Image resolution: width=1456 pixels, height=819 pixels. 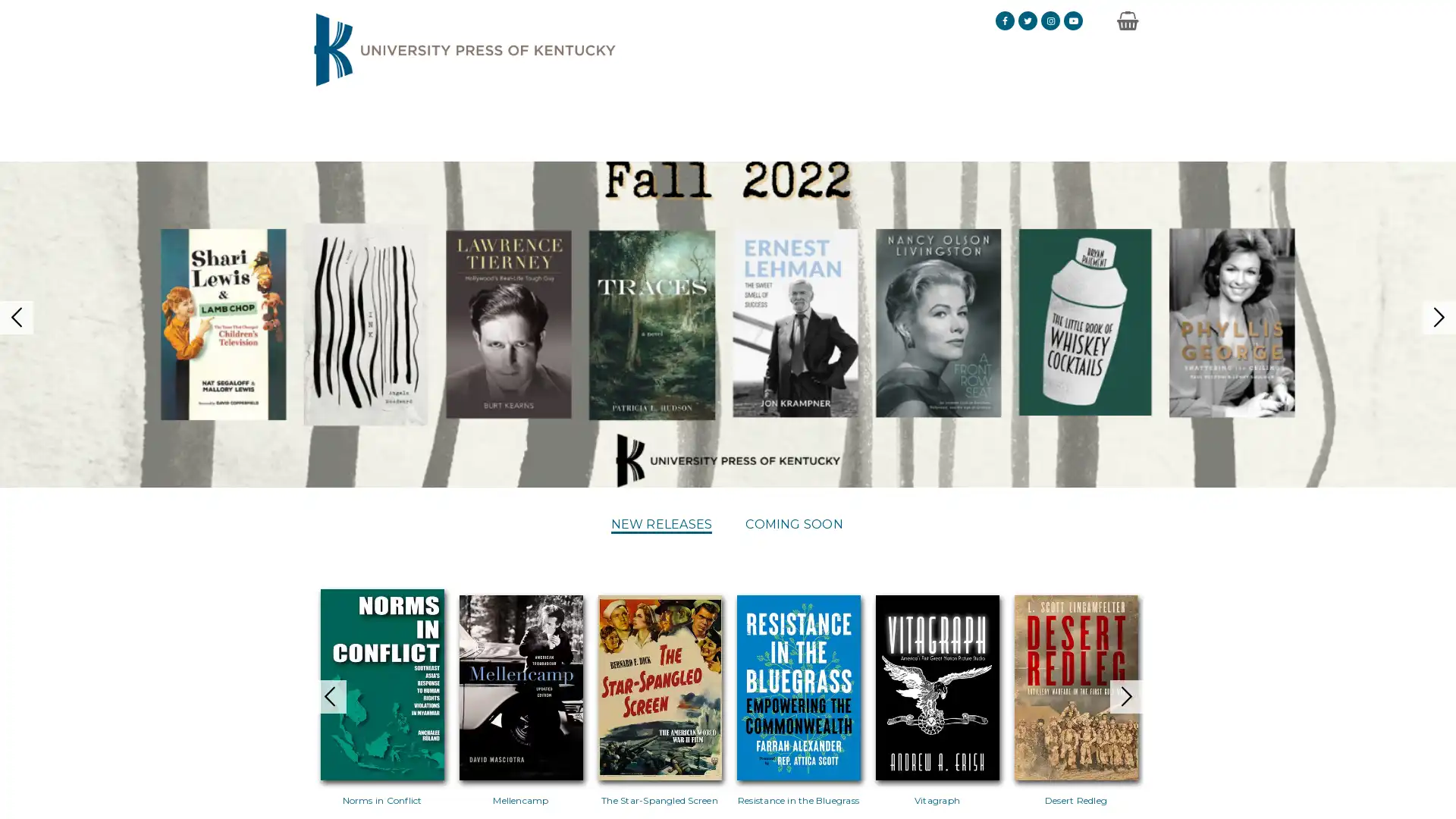 I want to click on Next, so click(x=1156, y=672).